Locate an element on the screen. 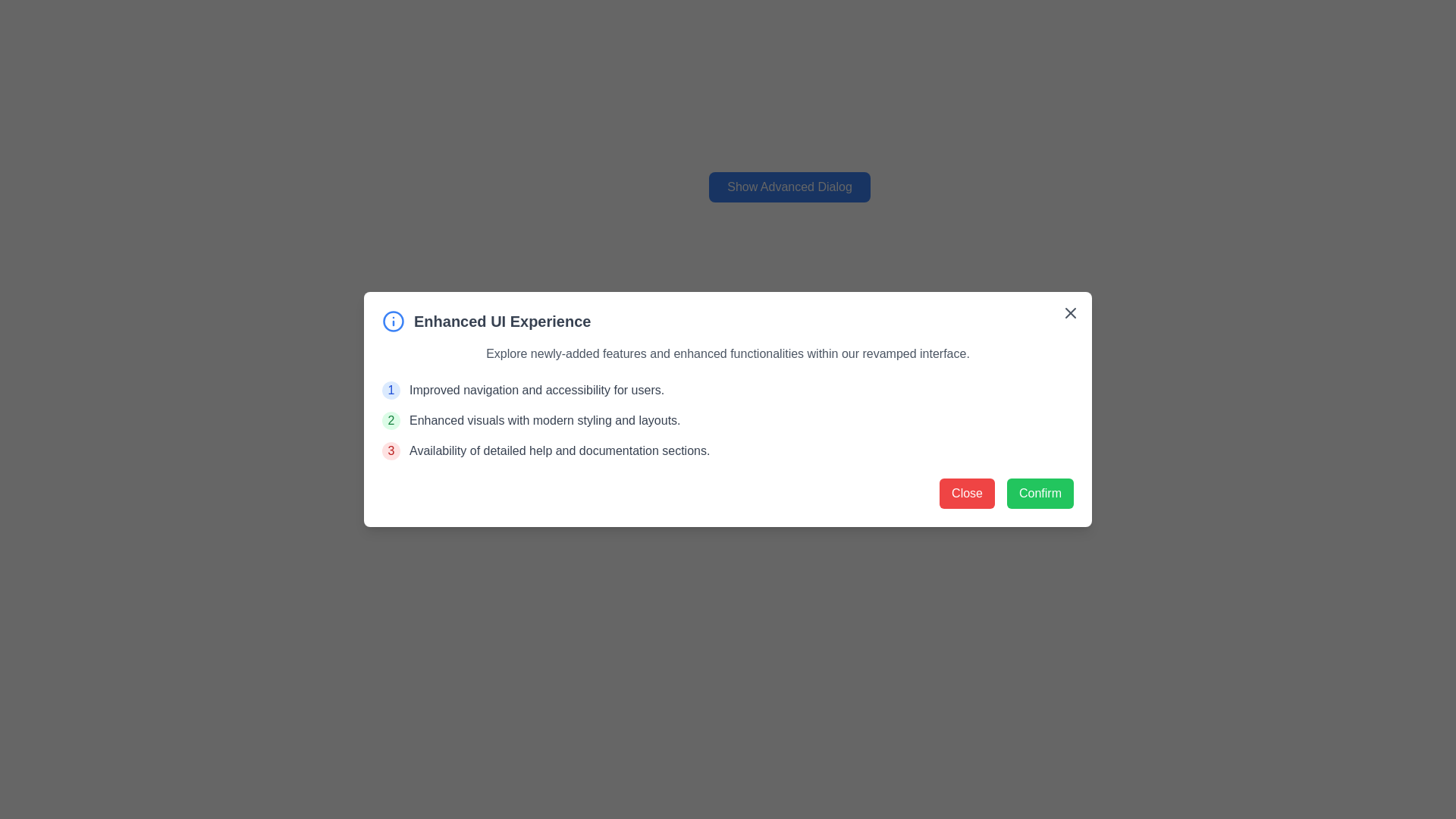 The height and width of the screenshot is (819, 1456). the small circular badge with a green background and the number '2' centered in green text, which is positioned to the immediate left of the text 'Enhanced visuals with modern styling and layouts.' is located at coordinates (391, 421).